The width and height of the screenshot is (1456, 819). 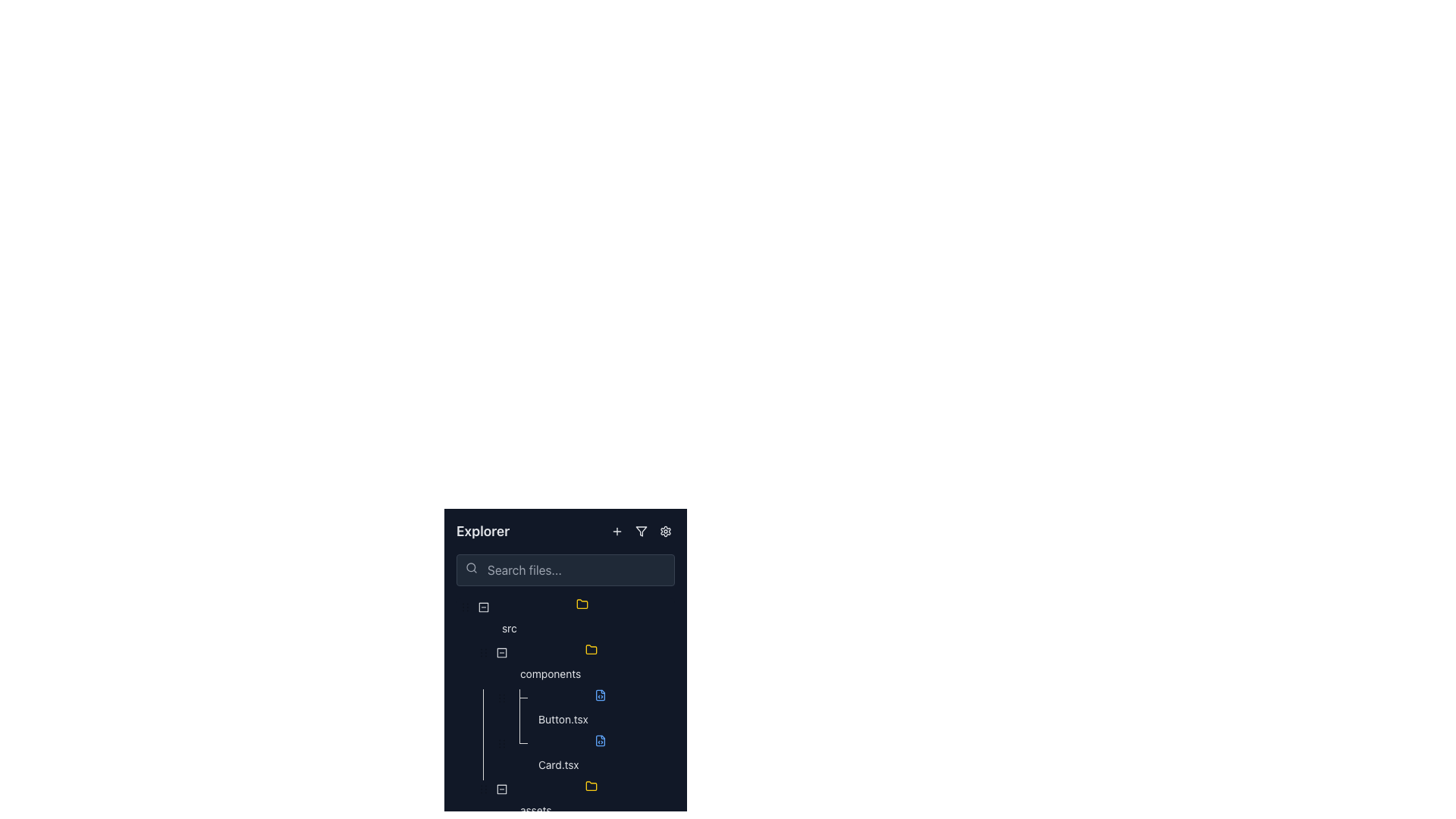 What do you see at coordinates (473, 711) in the screenshot?
I see `vertical indentation visual marker for the file 'Button.tsx' in the 'Explorer' panel, which is styled in a dark theme and is part of the tree view structure` at bounding box center [473, 711].